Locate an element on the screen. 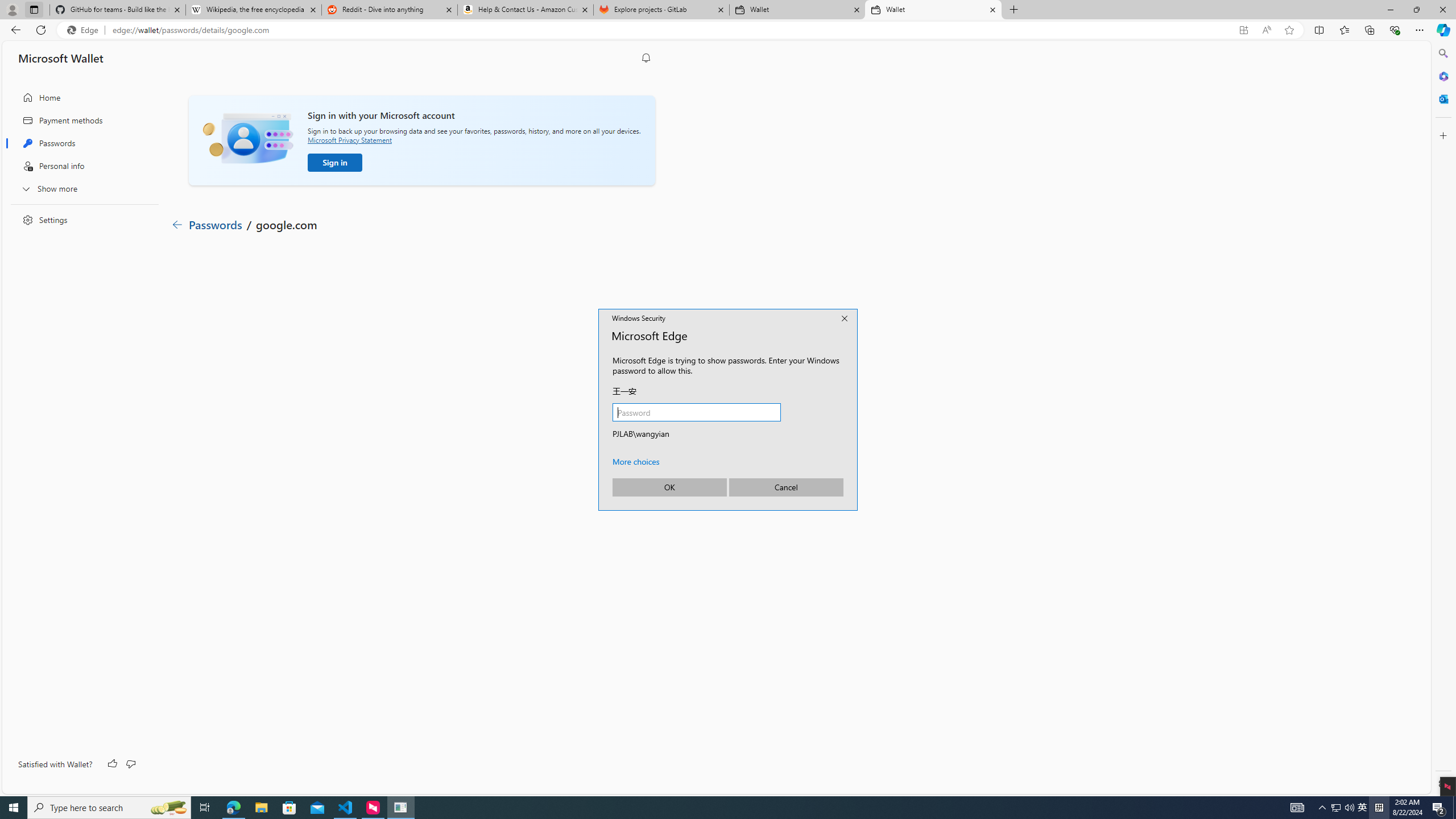  'Microsoft Privacy Statement' is located at coordinates (349, 139).